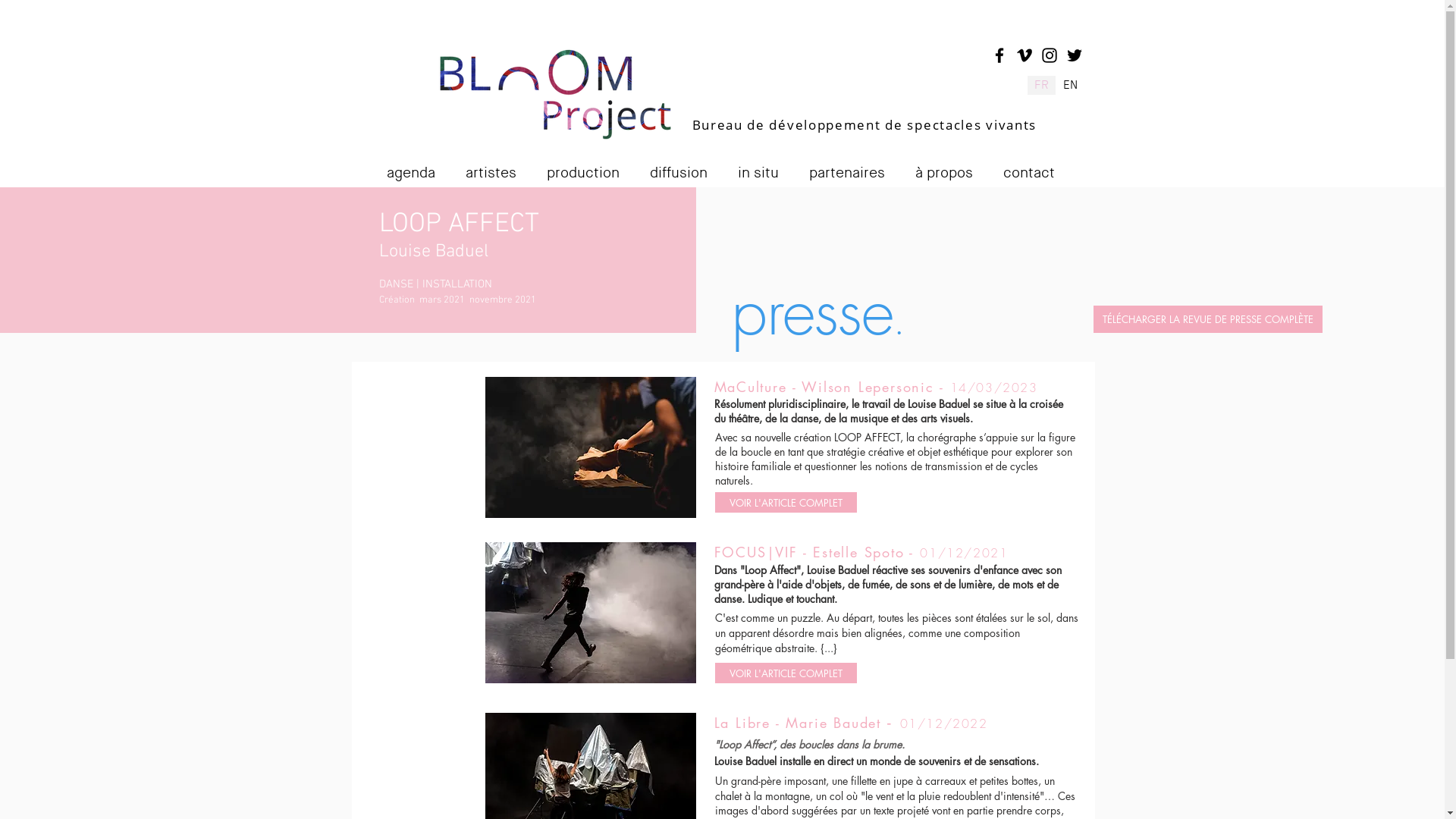 This screenshot has width=1456, height=819. I want to click on 'LOOP AFFECT', so click(458, 224).